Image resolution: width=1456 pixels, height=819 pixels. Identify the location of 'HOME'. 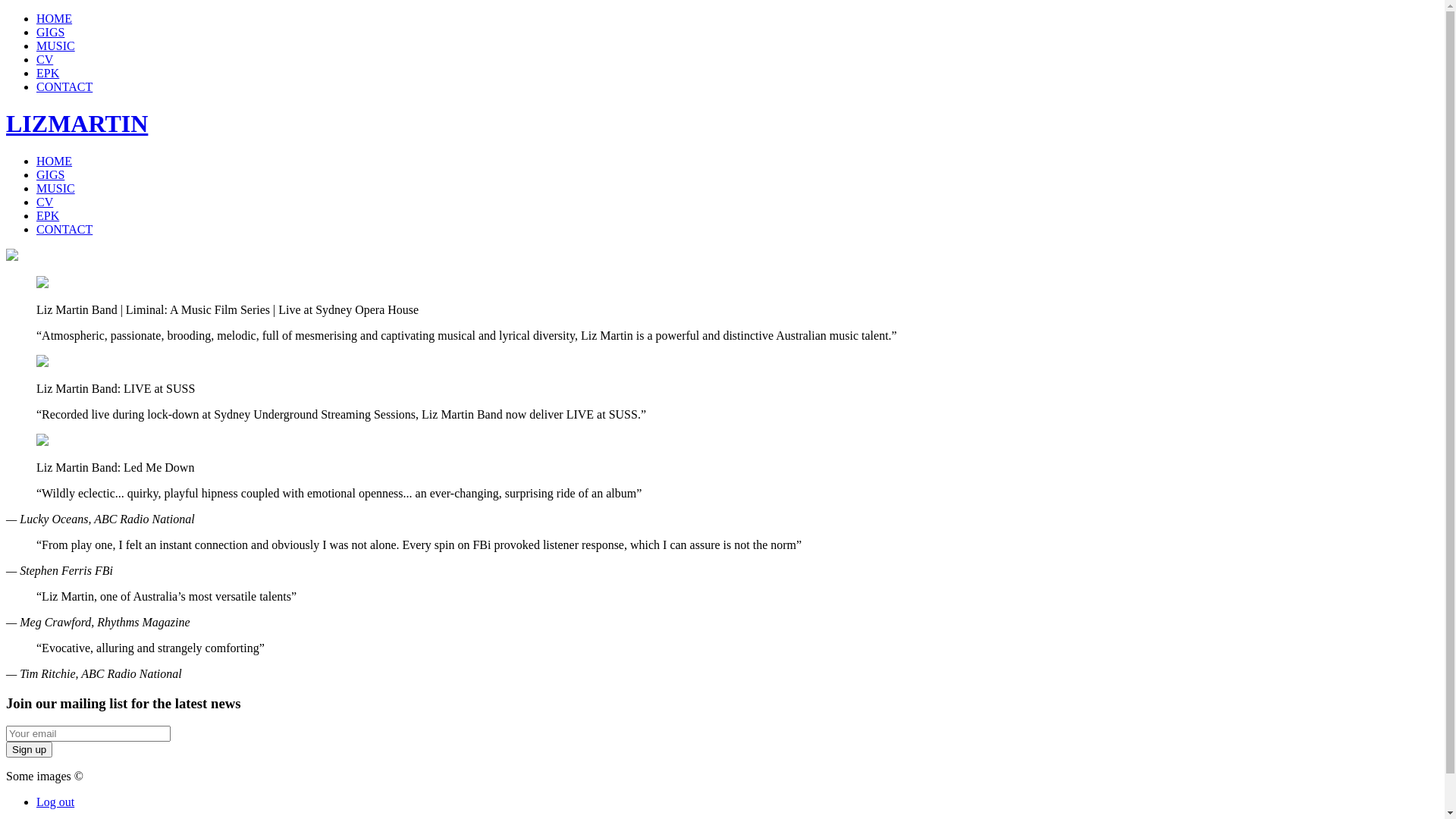
(54, 18).